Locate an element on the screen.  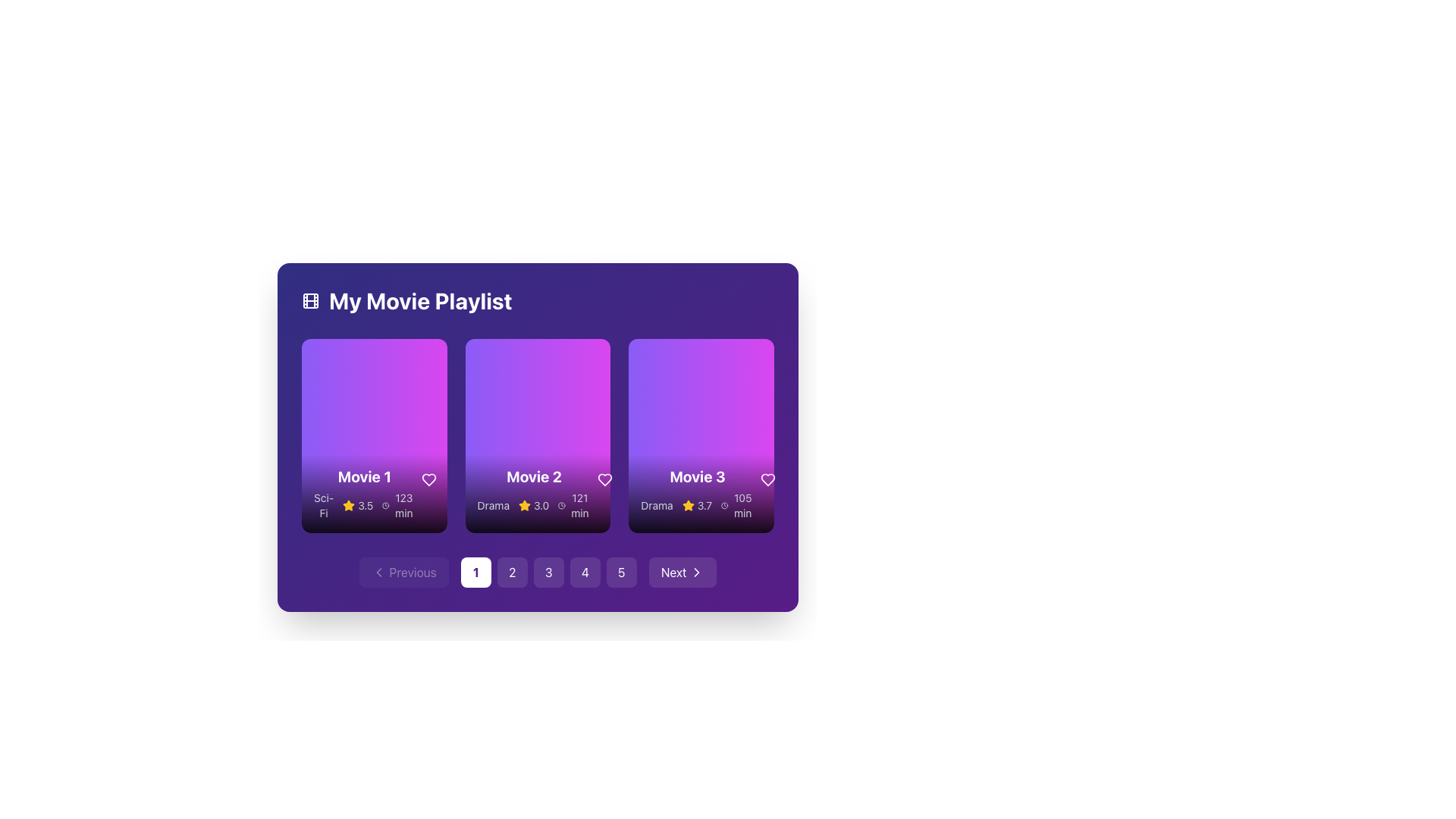
the movie clip icon located at the far left side of the heading 'My Movie Playlist', which is represented as a rectangle with vertical lines symbolizing a film strip is located at coordinates (309, 301).